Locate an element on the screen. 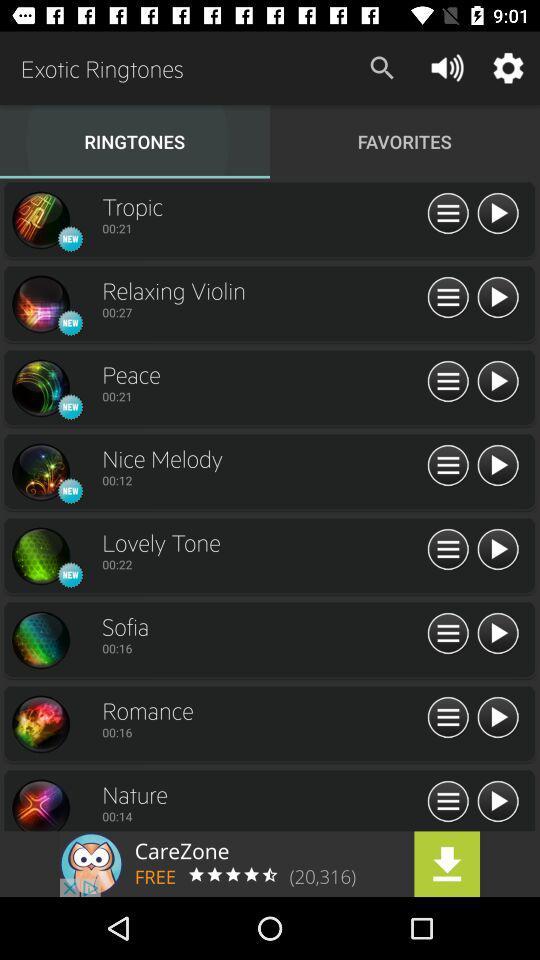  drop down menu is located at coordinates (448, 466).